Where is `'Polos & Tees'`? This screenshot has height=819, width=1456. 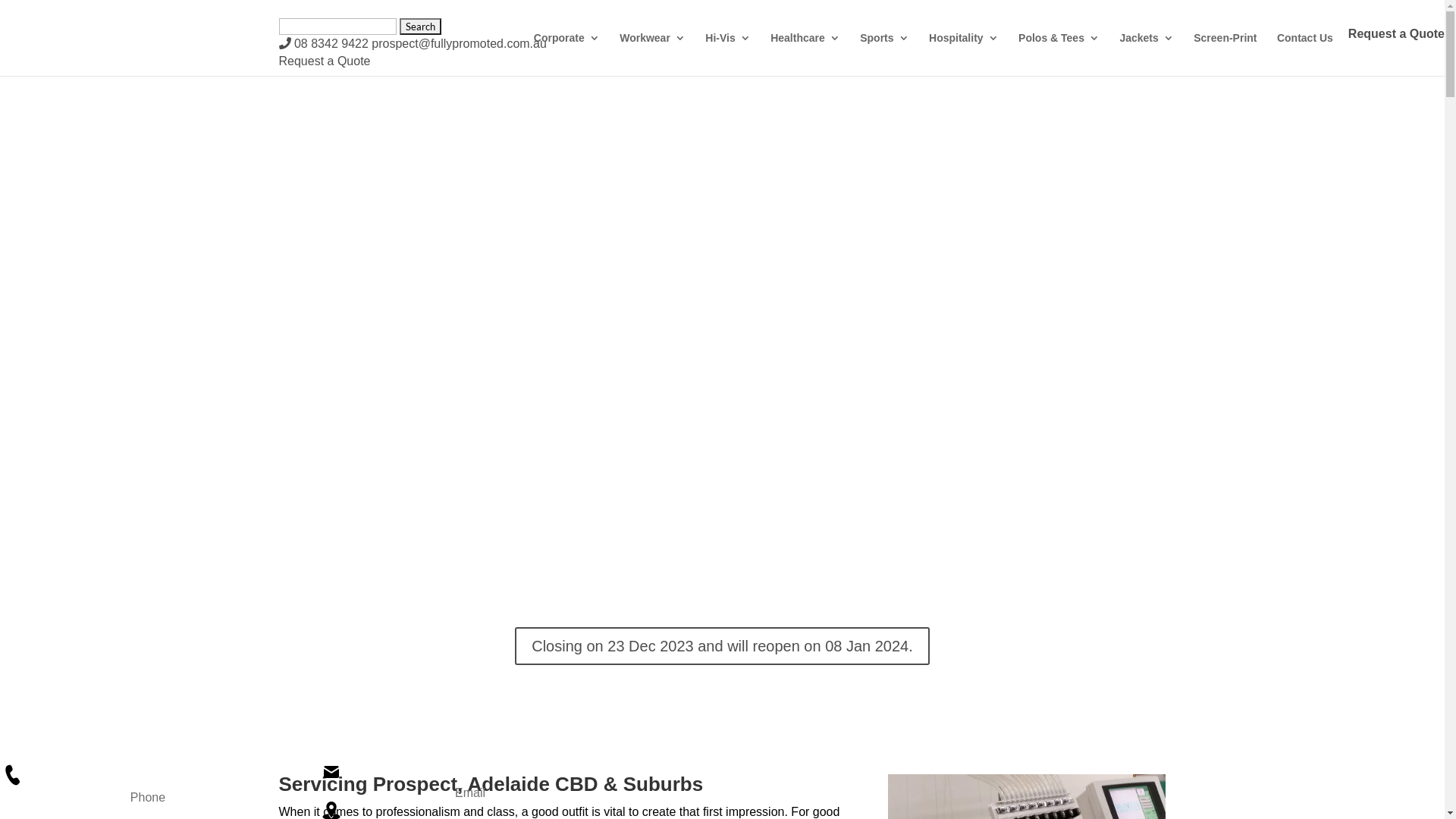
'Polos & Tees' is located at coordinates (1058, 49).